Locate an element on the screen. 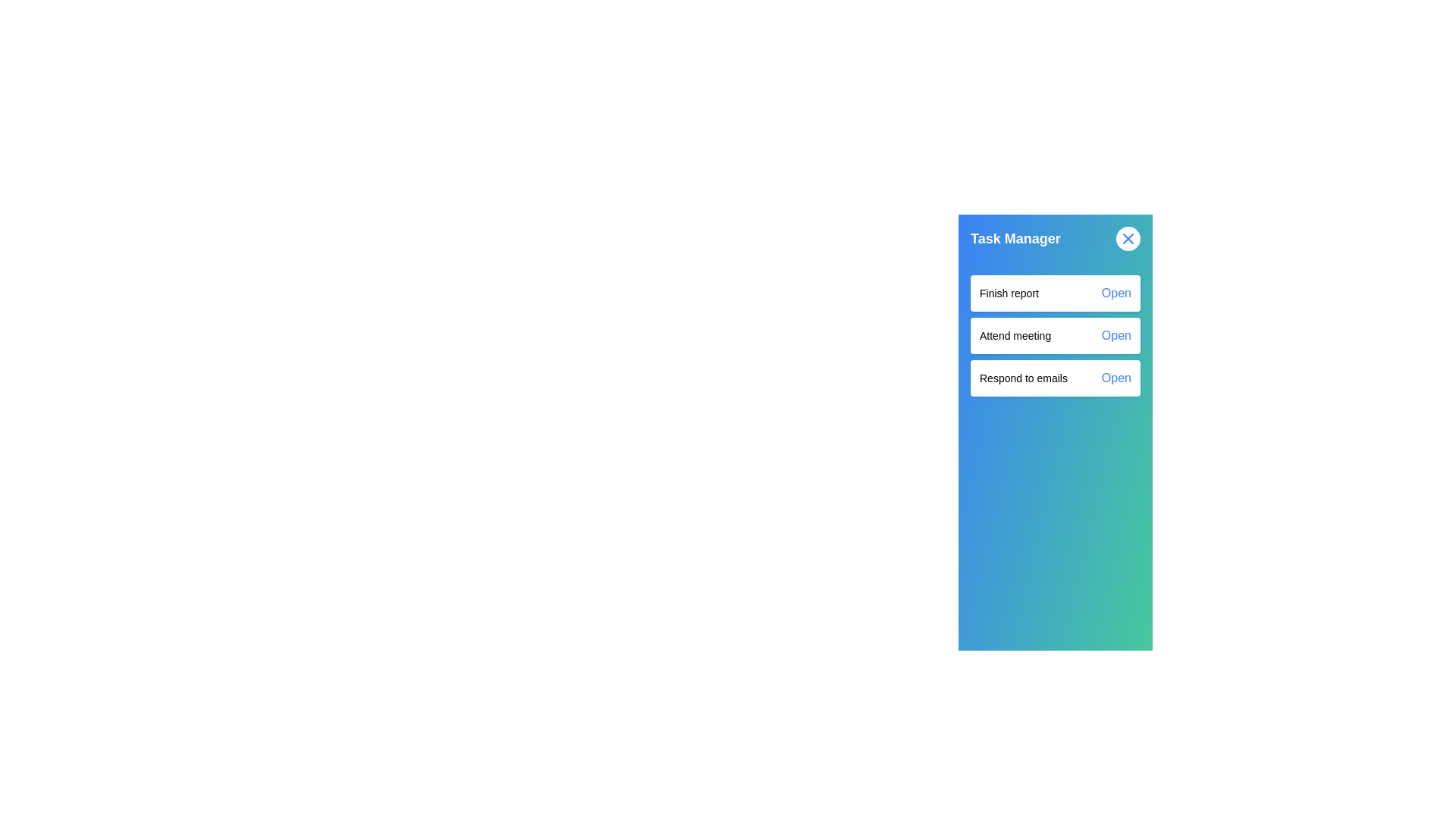  the 'Respond to emails' text label, which is part of the third task in the task manager interface, located within a white card to the left of the 'Open' link is located at coordinates (1023, 377).